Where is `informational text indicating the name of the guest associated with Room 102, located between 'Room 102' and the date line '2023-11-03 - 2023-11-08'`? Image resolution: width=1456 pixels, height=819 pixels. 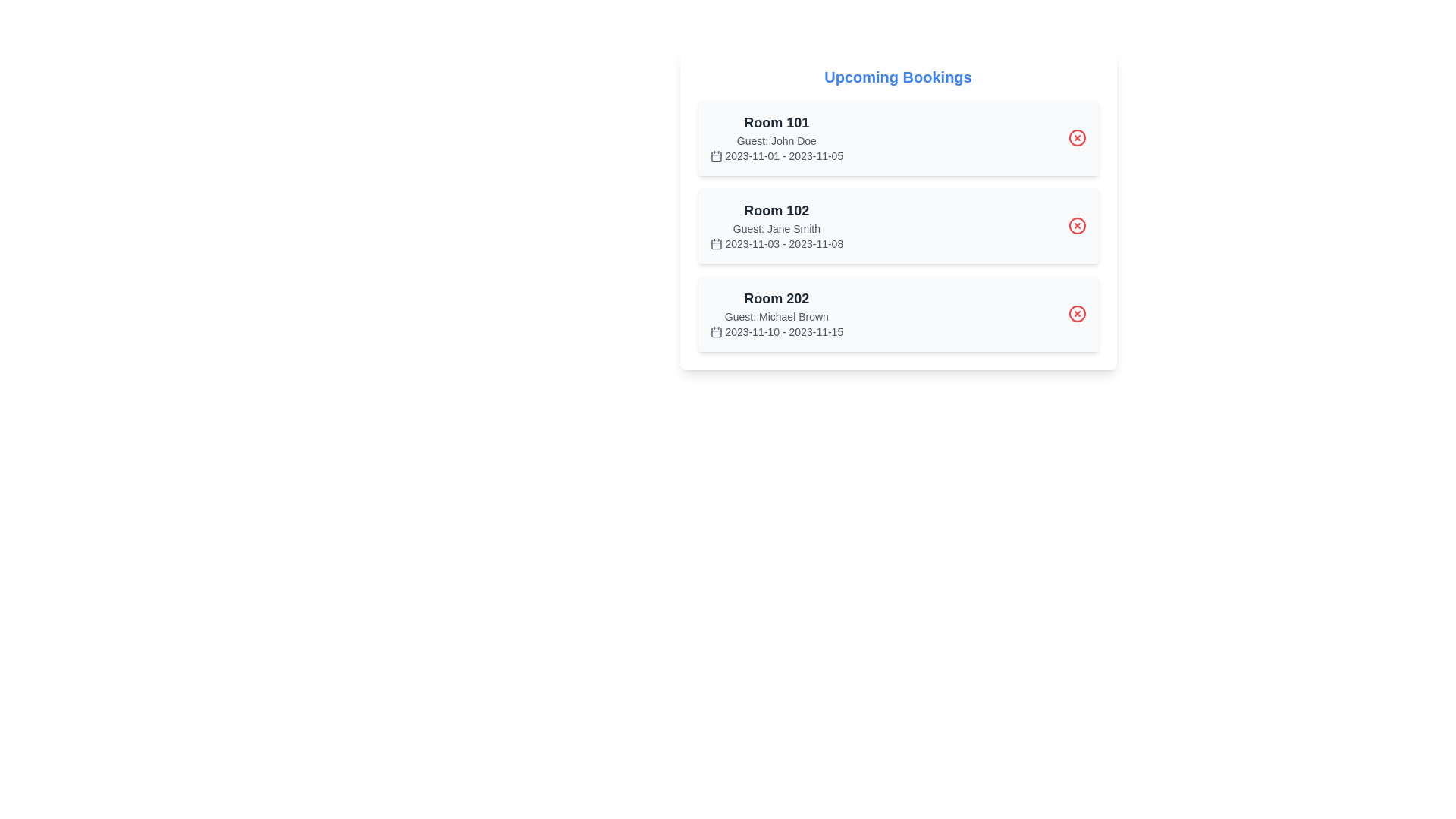
informational text indicating the name of the guest associated with Room 102, located between 'Room 102' and the date line '2023-11-03 - 2023-11-08' is located at coordinates (777, 228).